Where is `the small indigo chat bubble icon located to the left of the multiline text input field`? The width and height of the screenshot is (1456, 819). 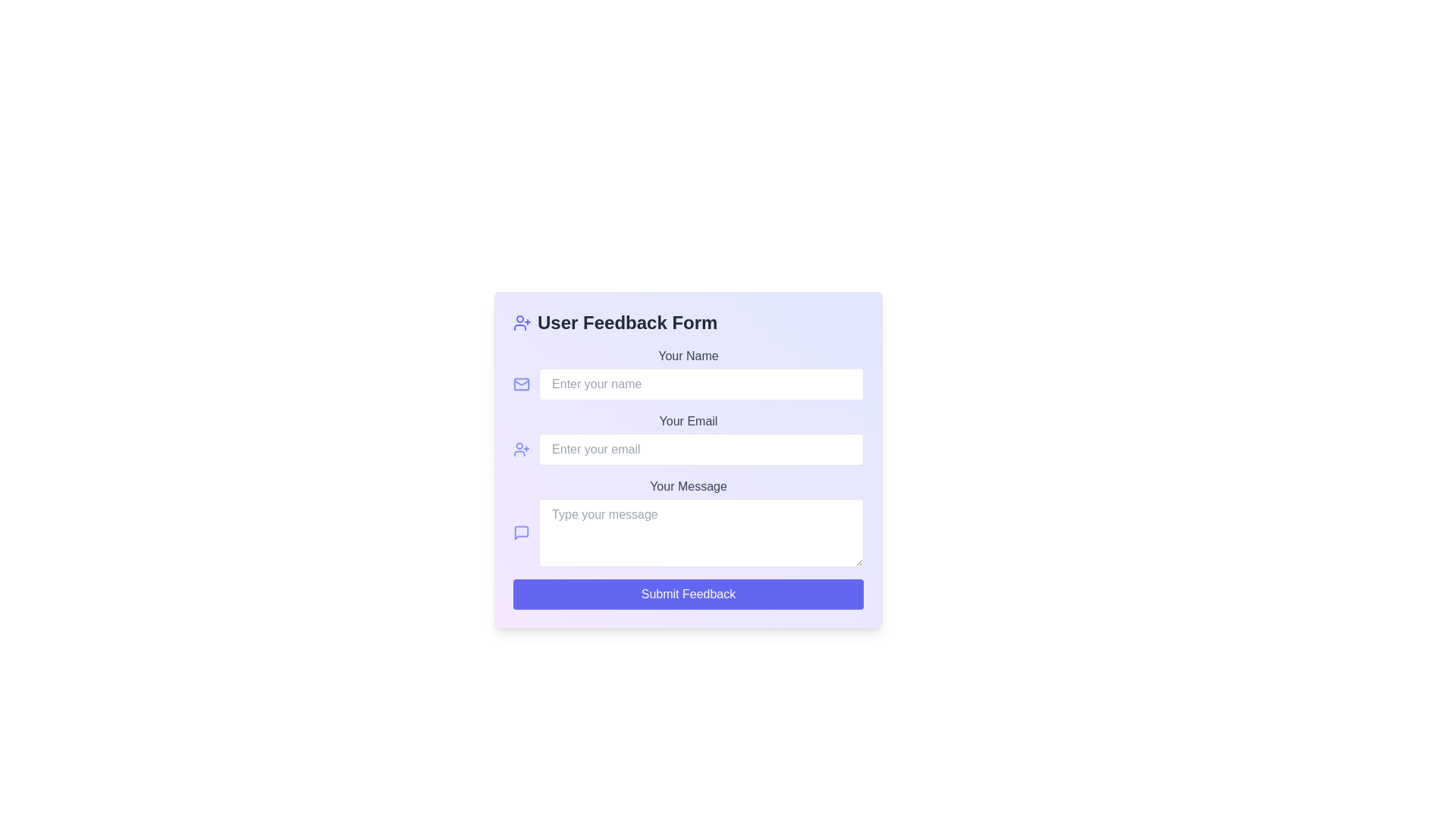 the small indigo chat bubble icon located to the left of the multiline text input field is located at coordinates (522, 532).